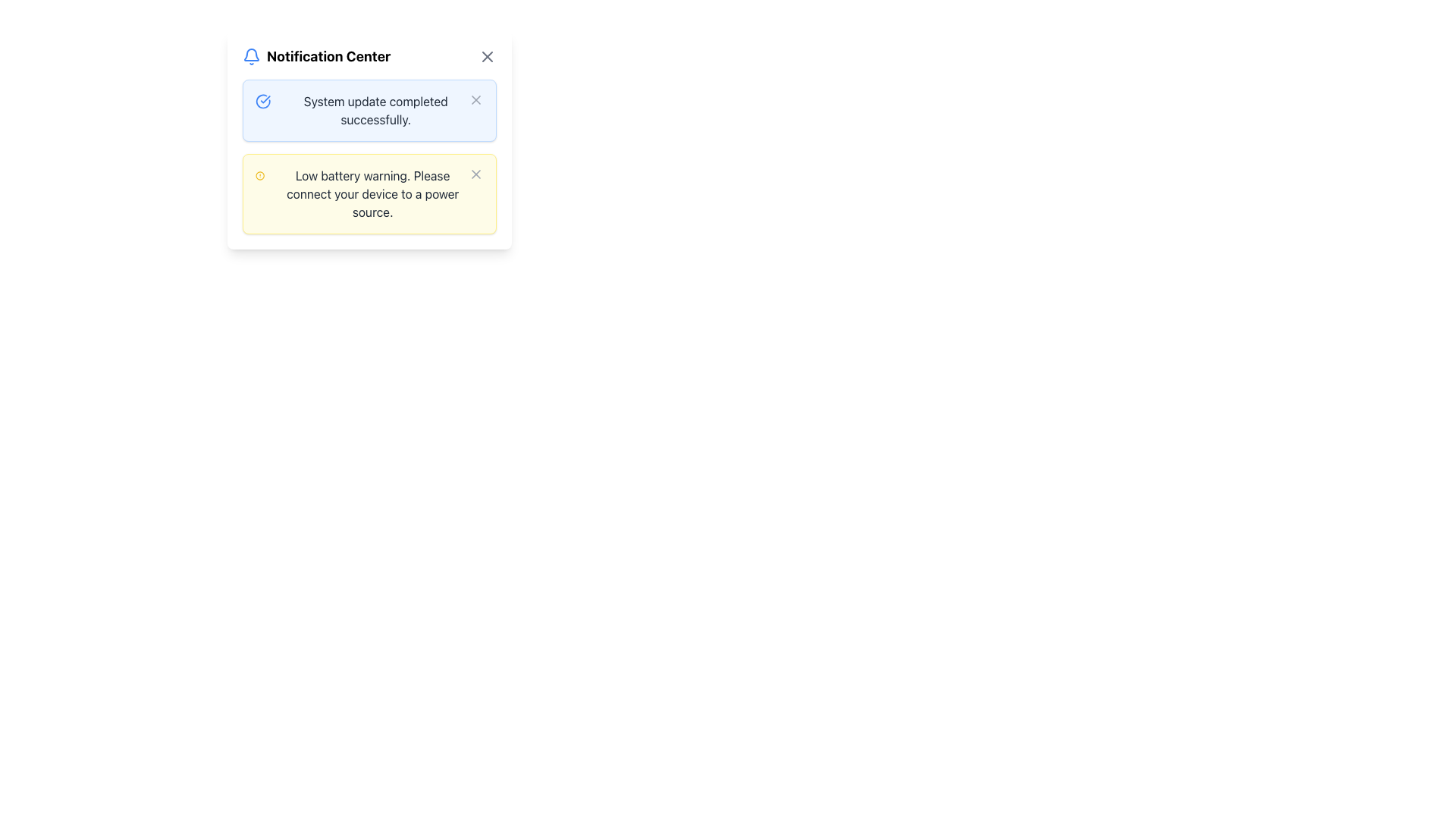 This screenshot has height=819, width=1456. What do you see at coordinates (375, 110) in the screenshot?
I see `the success notification text label positioned to the right of the checkmark icon` at bounding box center [375, 110].